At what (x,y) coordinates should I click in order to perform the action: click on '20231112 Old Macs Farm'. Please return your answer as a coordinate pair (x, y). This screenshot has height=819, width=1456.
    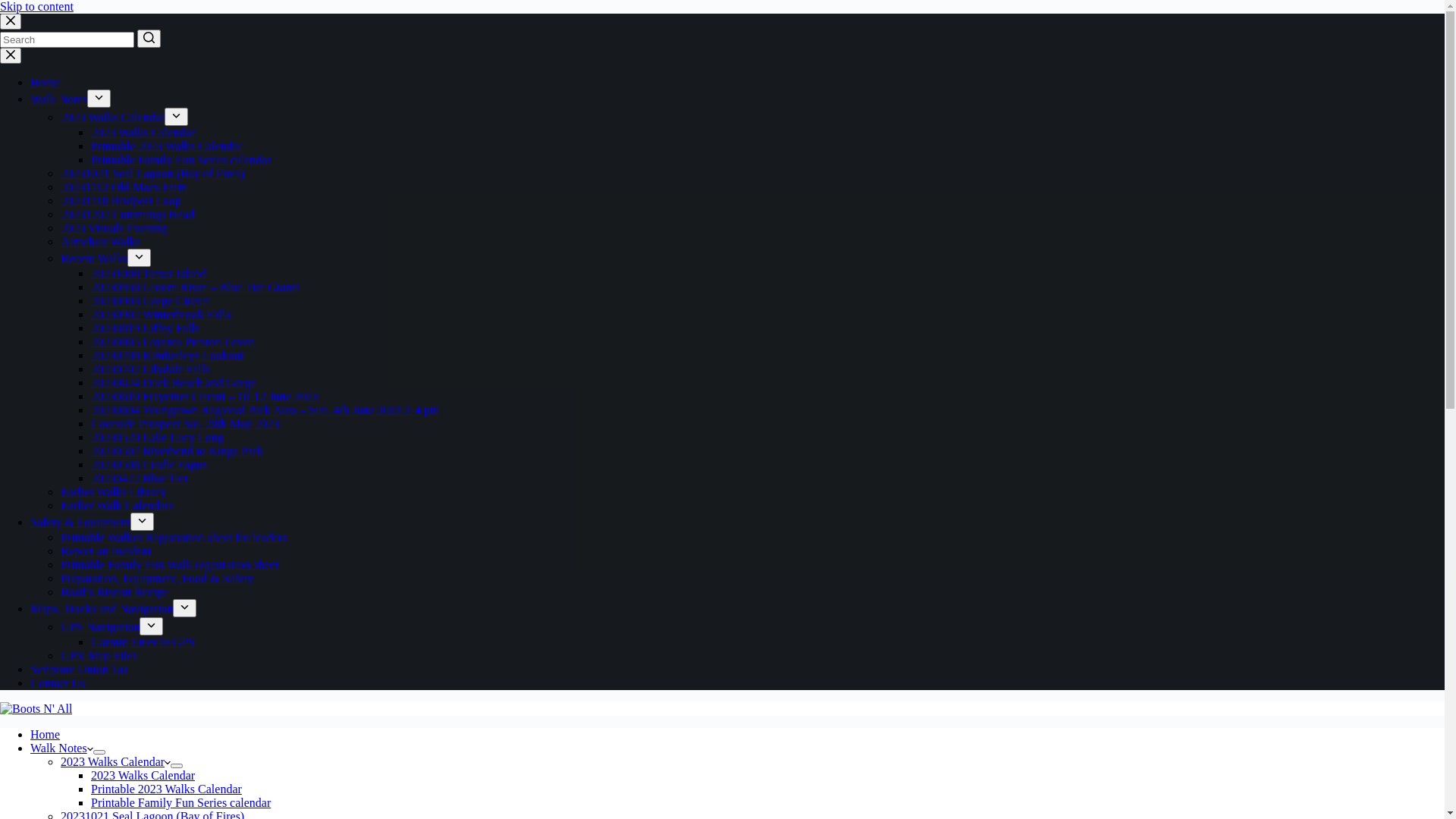
    Looking at the image, I should click on (124, 186).